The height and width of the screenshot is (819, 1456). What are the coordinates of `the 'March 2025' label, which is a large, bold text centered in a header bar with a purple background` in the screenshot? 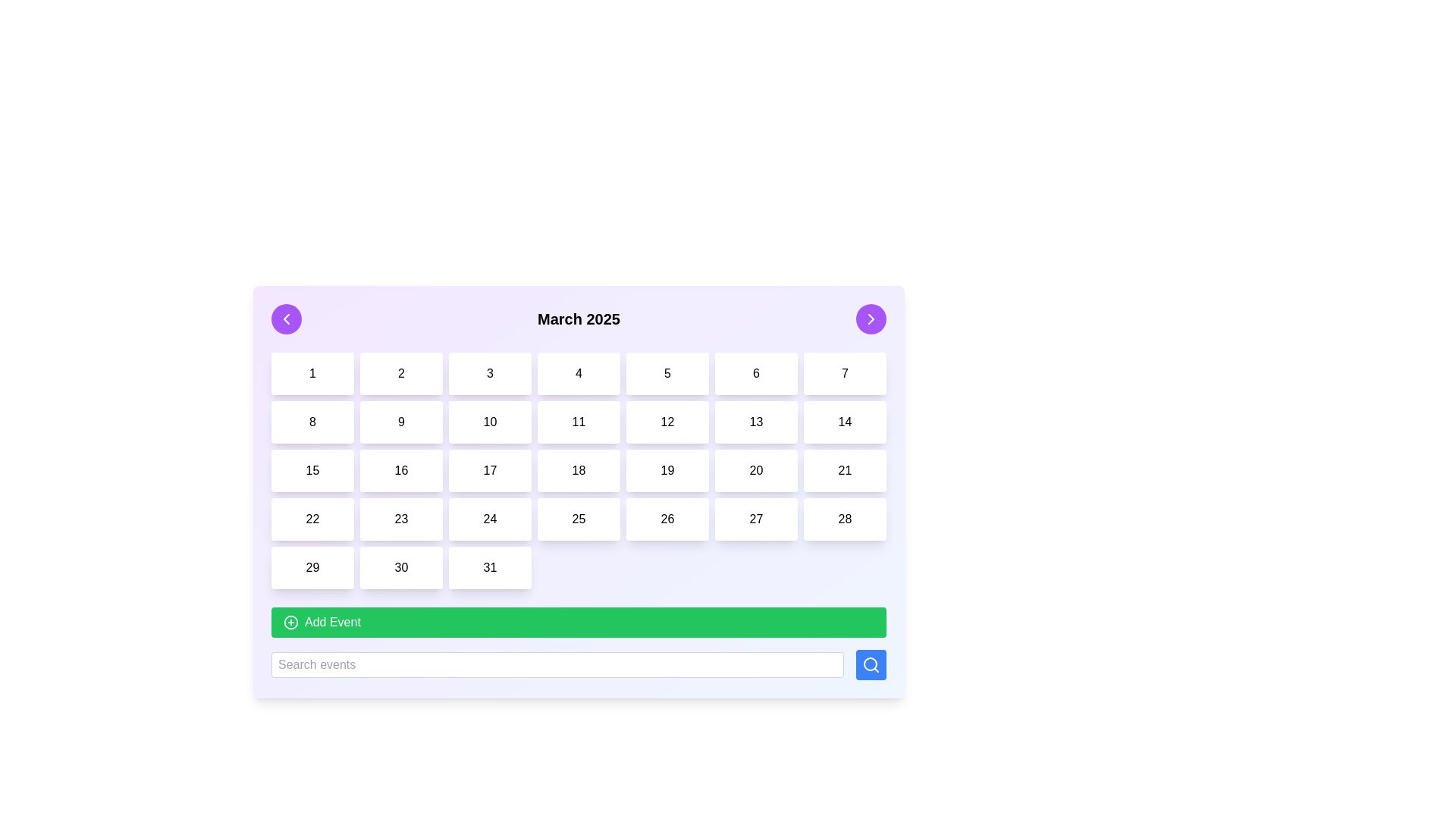 It's located at (578, 318).